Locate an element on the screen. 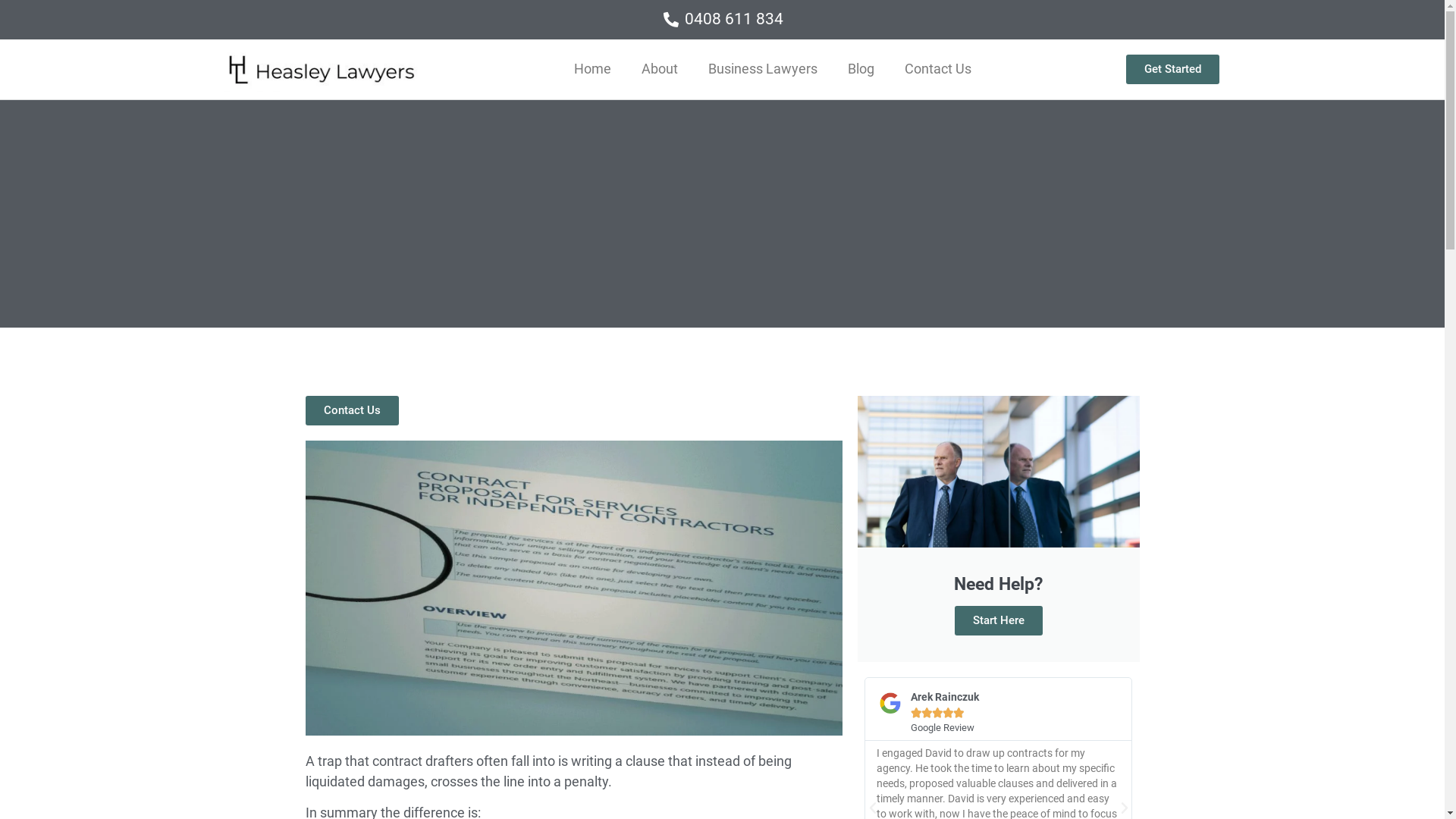 This screenshot has width=1456, height=819. 'Blog' is located at coordinates (832, 69).